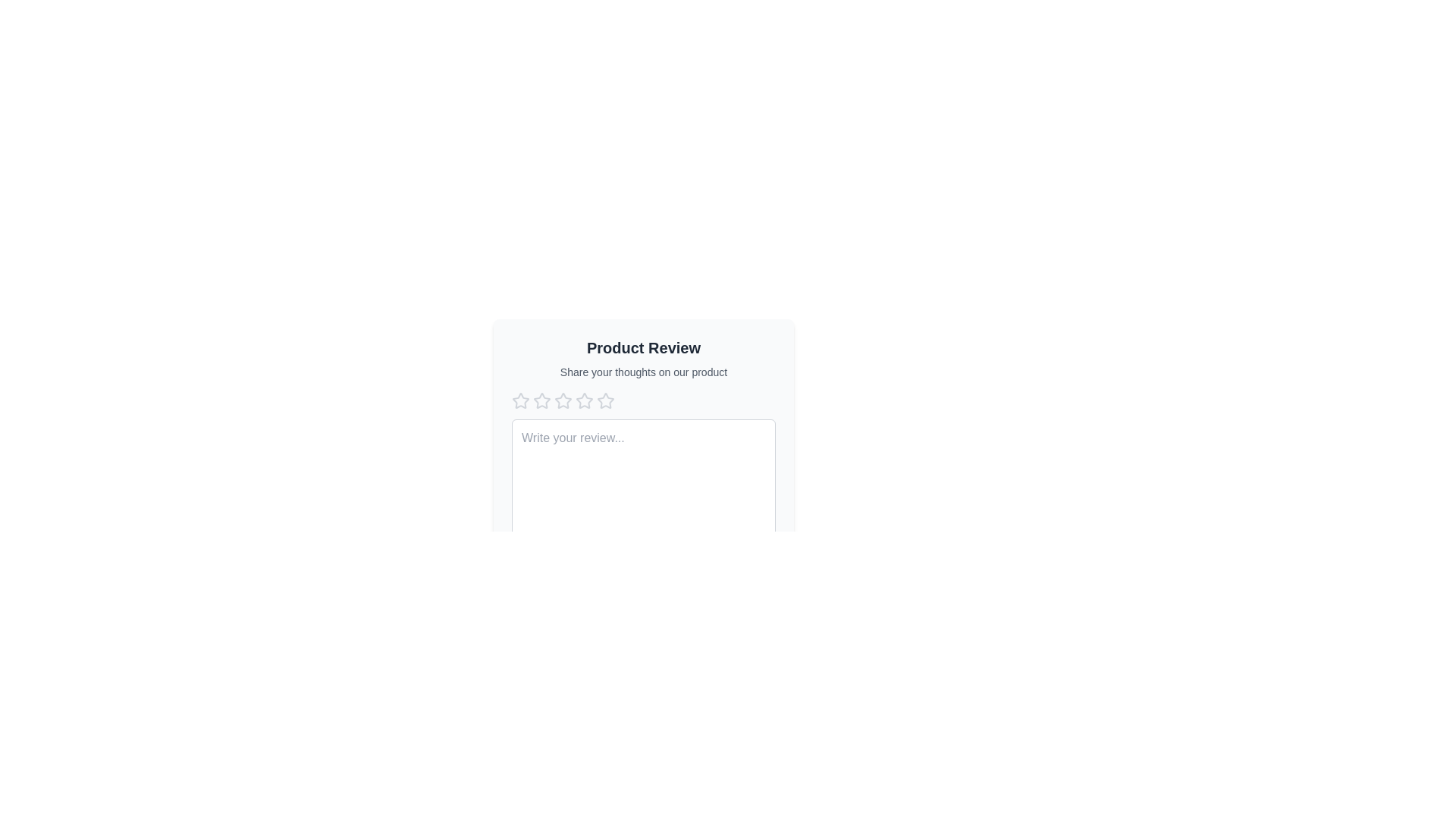 This screenshot has height=819, width=1456. I want to click on the second star icon in the rating system below the 'Product Review' heading, so click(584, 400).